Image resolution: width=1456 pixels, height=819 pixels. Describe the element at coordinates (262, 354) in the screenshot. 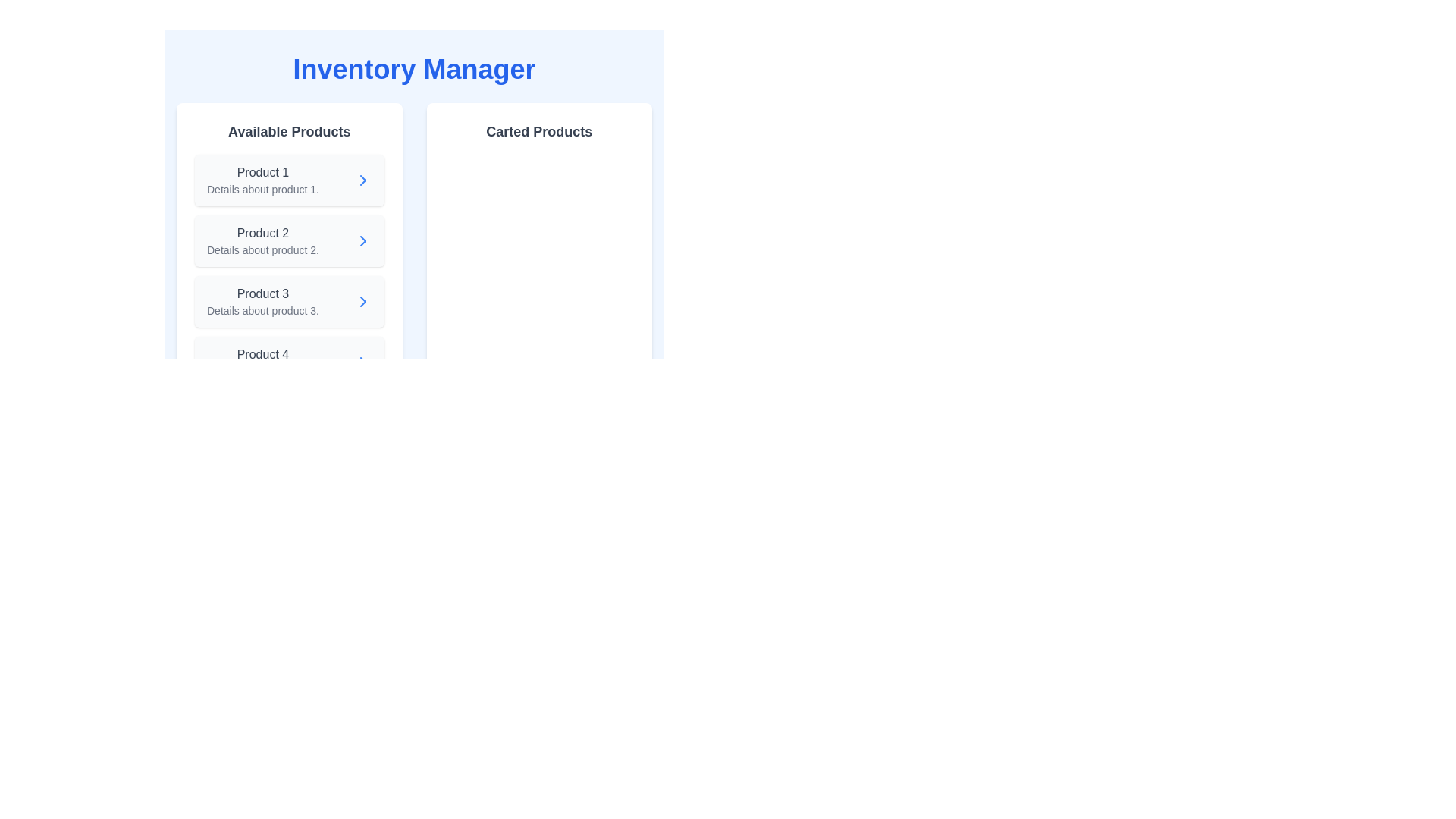

I see `the text label displaying 'Product 4' in bold font within the 'Available Products' section` at that location.